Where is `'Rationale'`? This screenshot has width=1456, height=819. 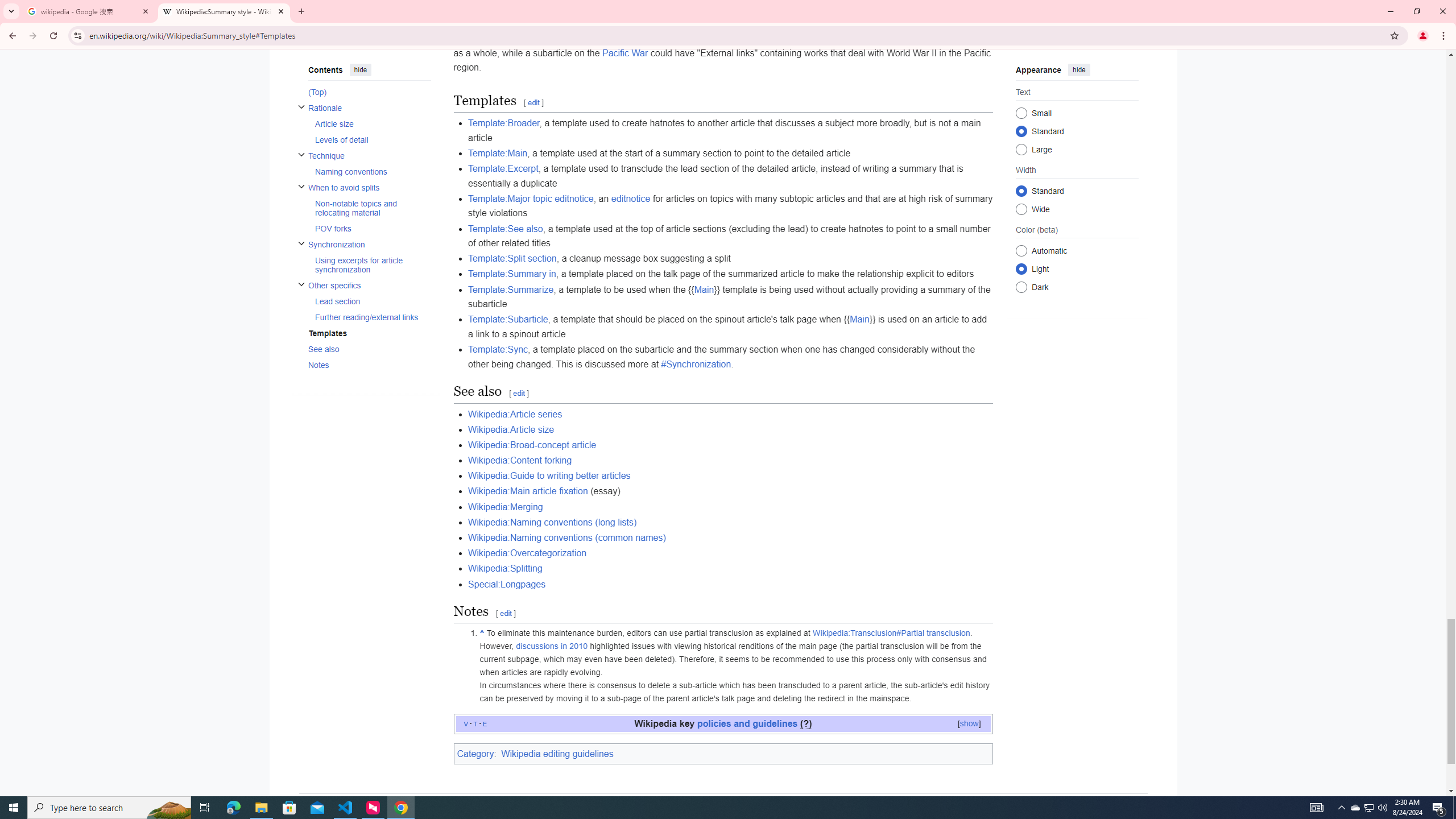
'Rationale' is located at coordinates (369, 107).